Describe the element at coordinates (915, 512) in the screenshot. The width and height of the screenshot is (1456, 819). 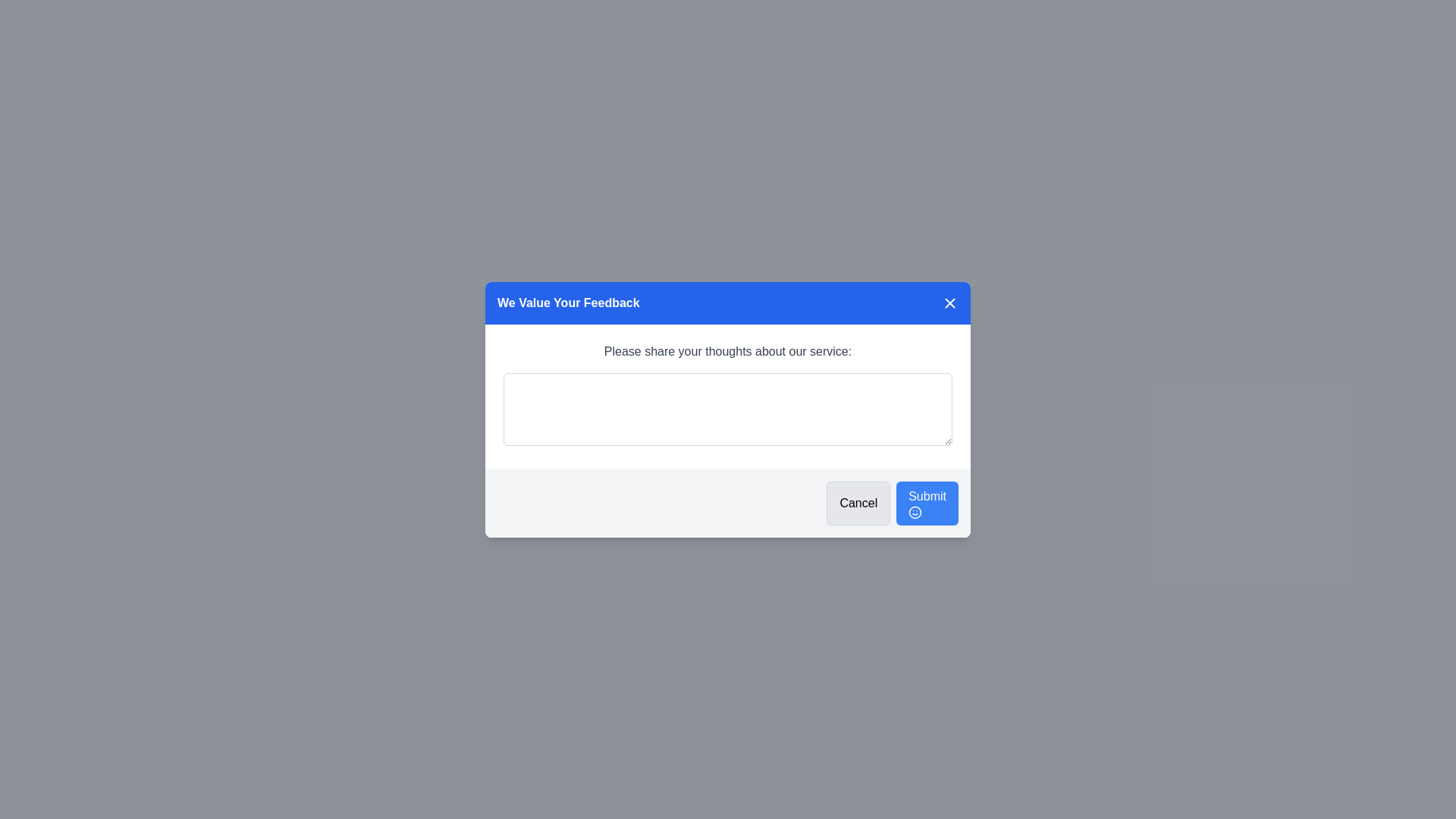
I see `the central circle of the smiley face icon located inside the 'Submit' button in the feedback dialog box` at that location.